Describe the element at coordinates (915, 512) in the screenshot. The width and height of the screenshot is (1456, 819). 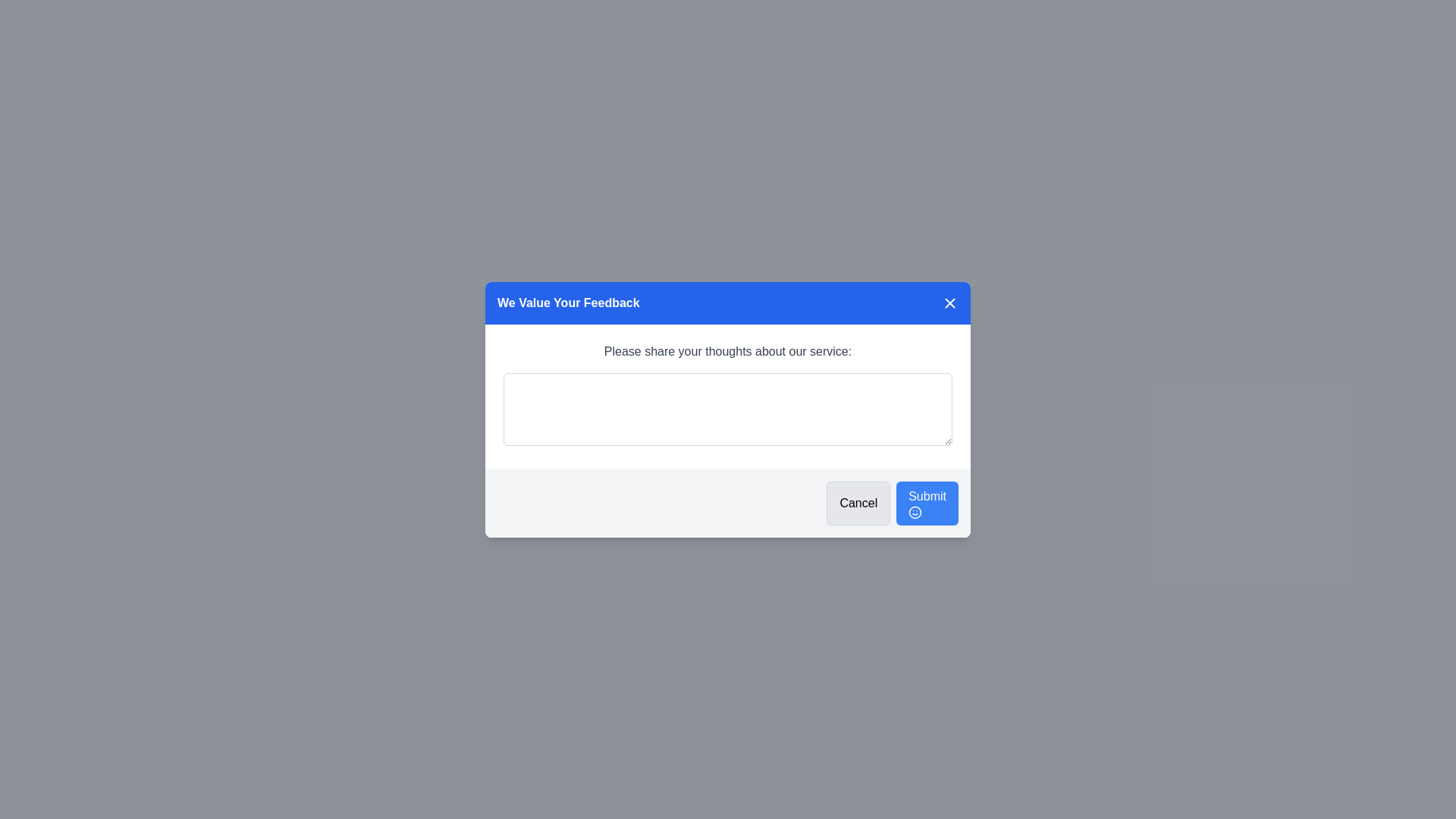
I see `the central circle of the smiley face icon located inside the 'Submit' button in the feedback dialog box` at that location.